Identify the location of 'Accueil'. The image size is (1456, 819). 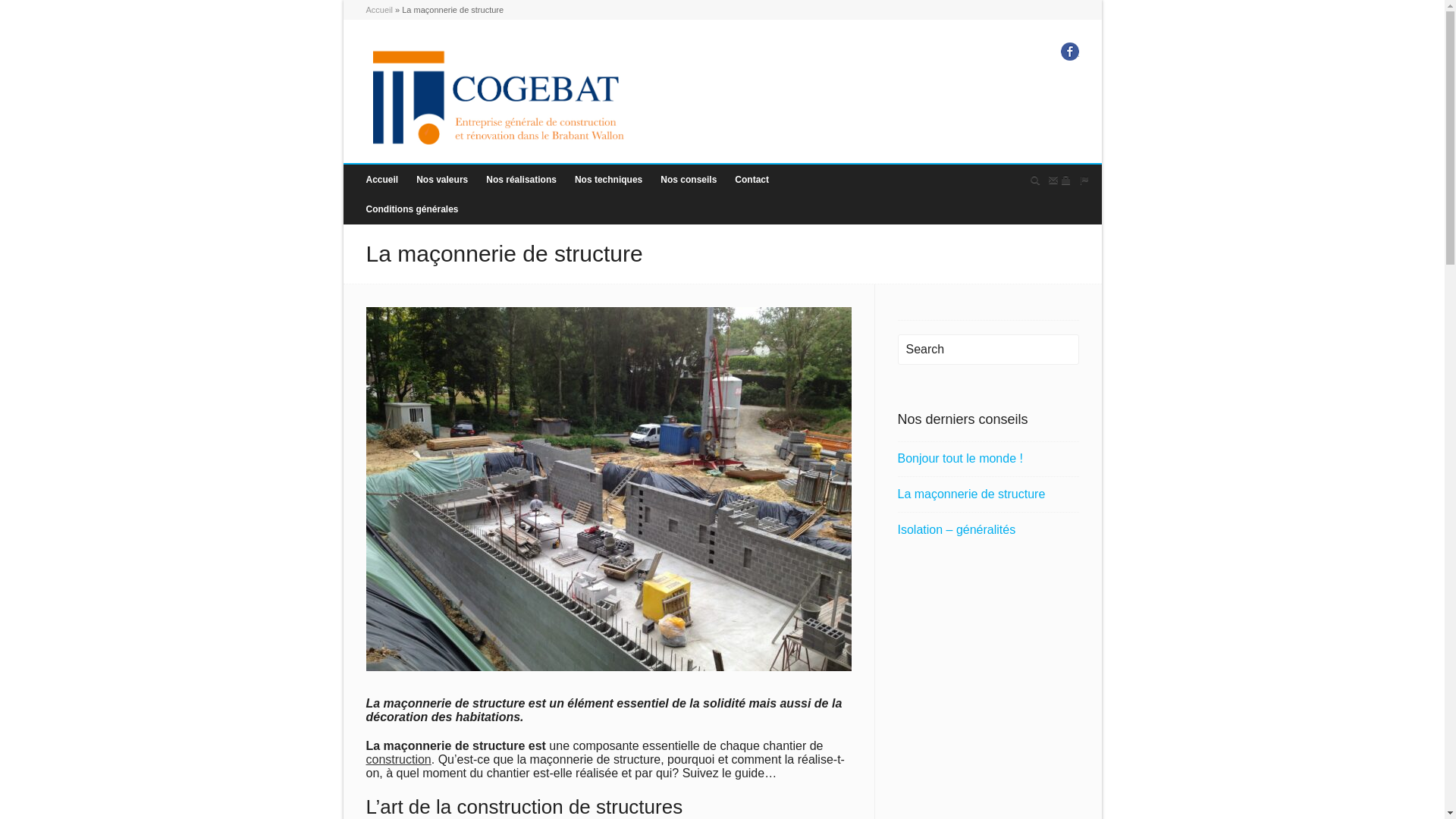
(378, 9).